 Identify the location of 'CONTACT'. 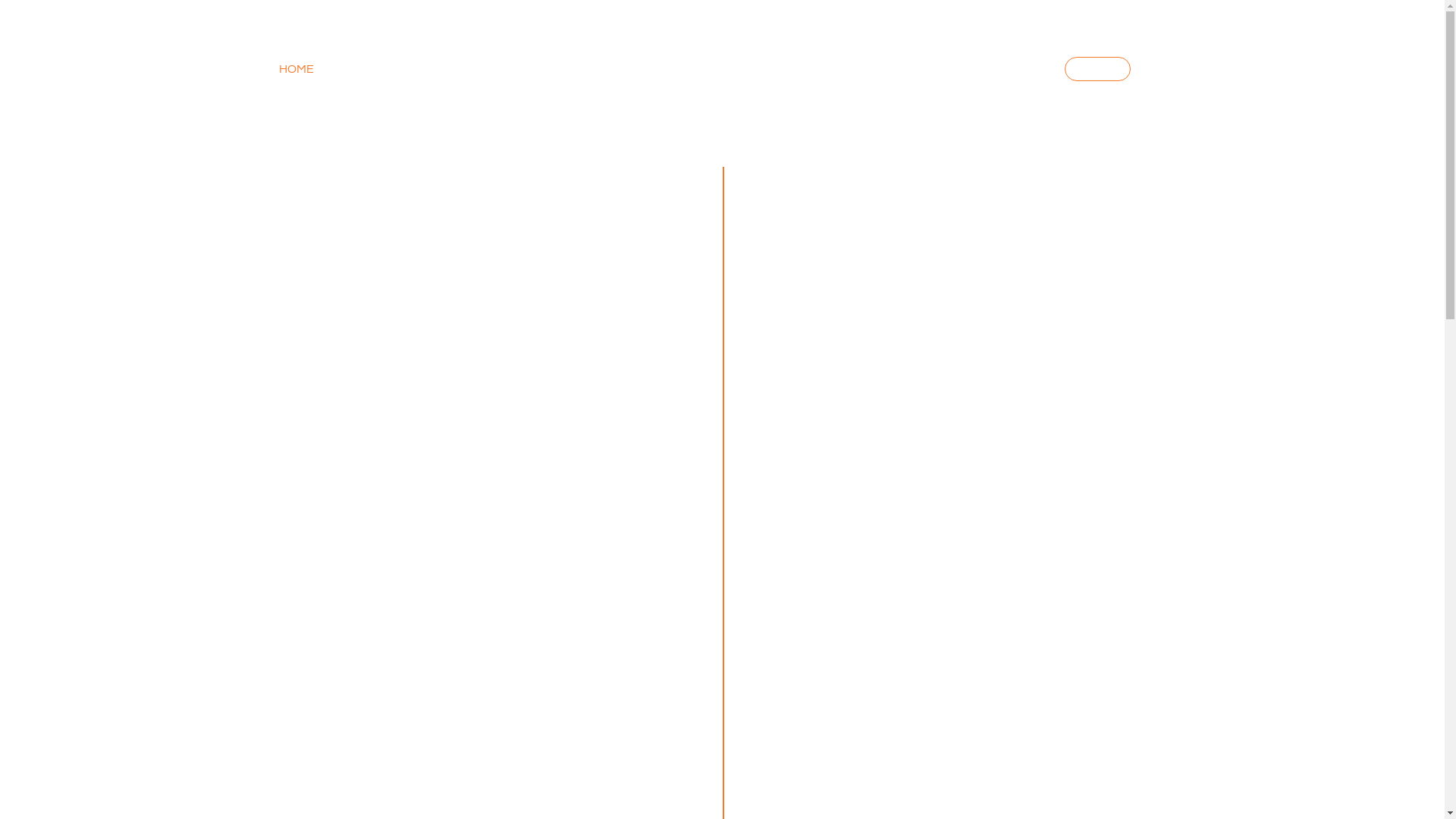
(1006, 69).